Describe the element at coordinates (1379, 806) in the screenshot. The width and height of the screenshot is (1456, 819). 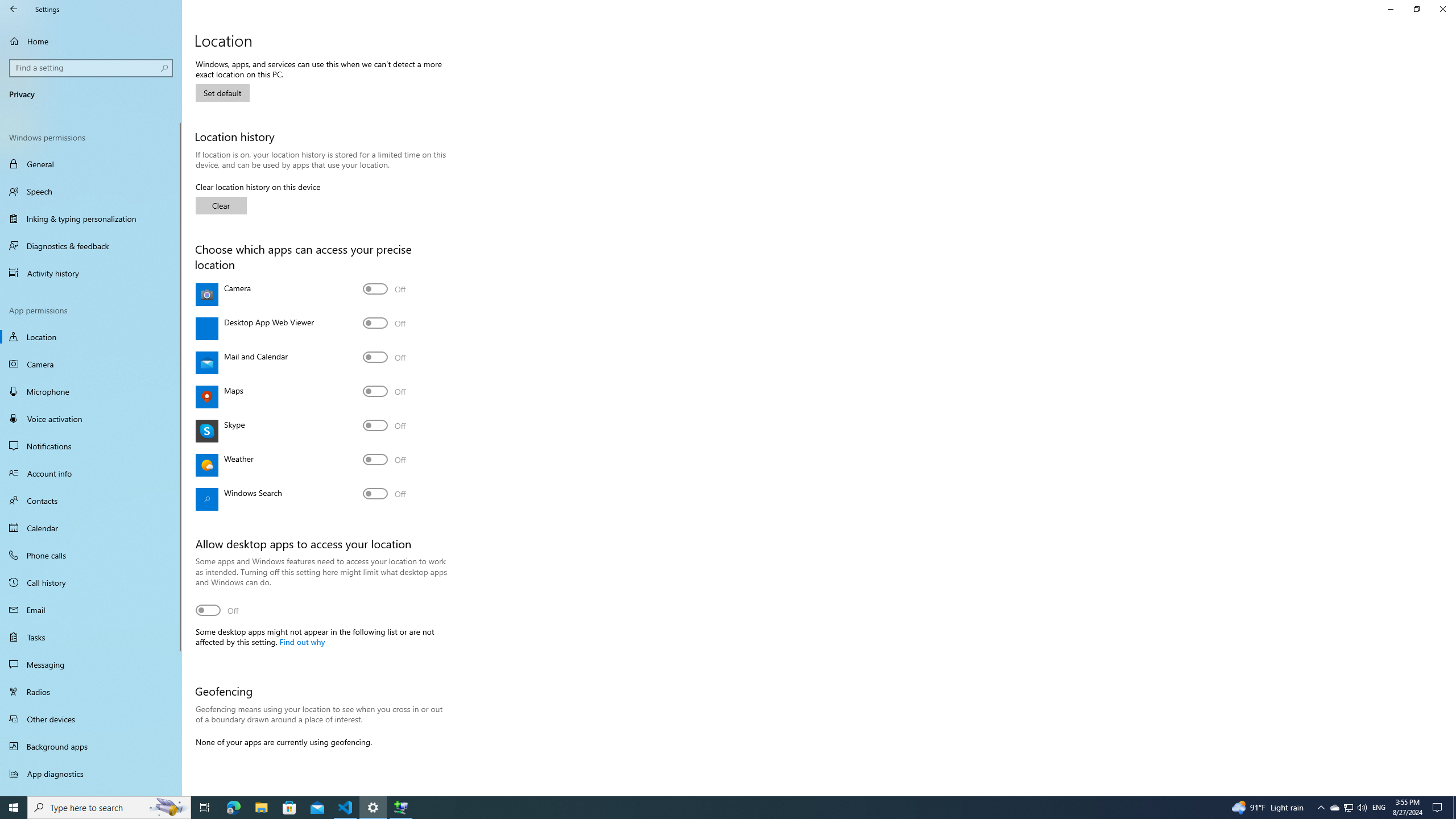
I see `'Tray Input Indicator - English (United States)'` at that location.